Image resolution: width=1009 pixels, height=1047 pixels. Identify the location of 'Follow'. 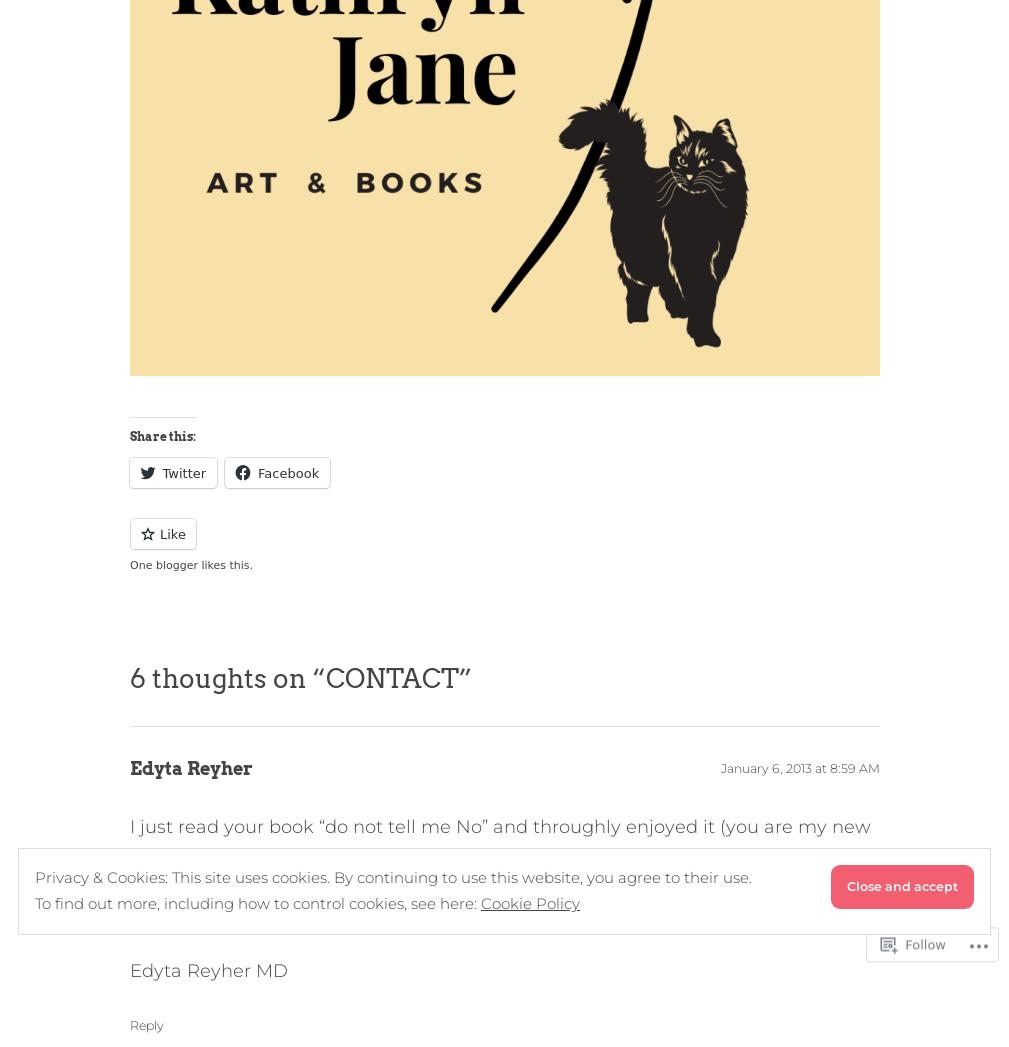
(904, 925).